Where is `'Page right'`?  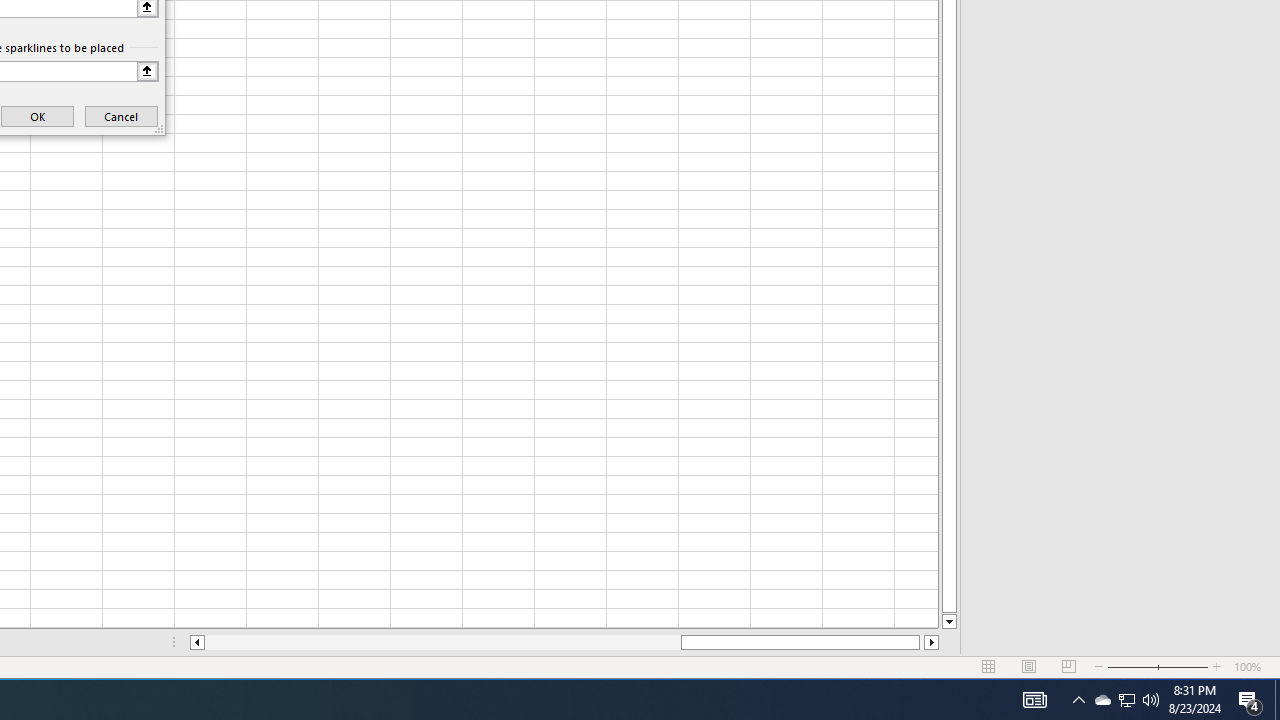
'Page right' is located at coordinates (921, 642).